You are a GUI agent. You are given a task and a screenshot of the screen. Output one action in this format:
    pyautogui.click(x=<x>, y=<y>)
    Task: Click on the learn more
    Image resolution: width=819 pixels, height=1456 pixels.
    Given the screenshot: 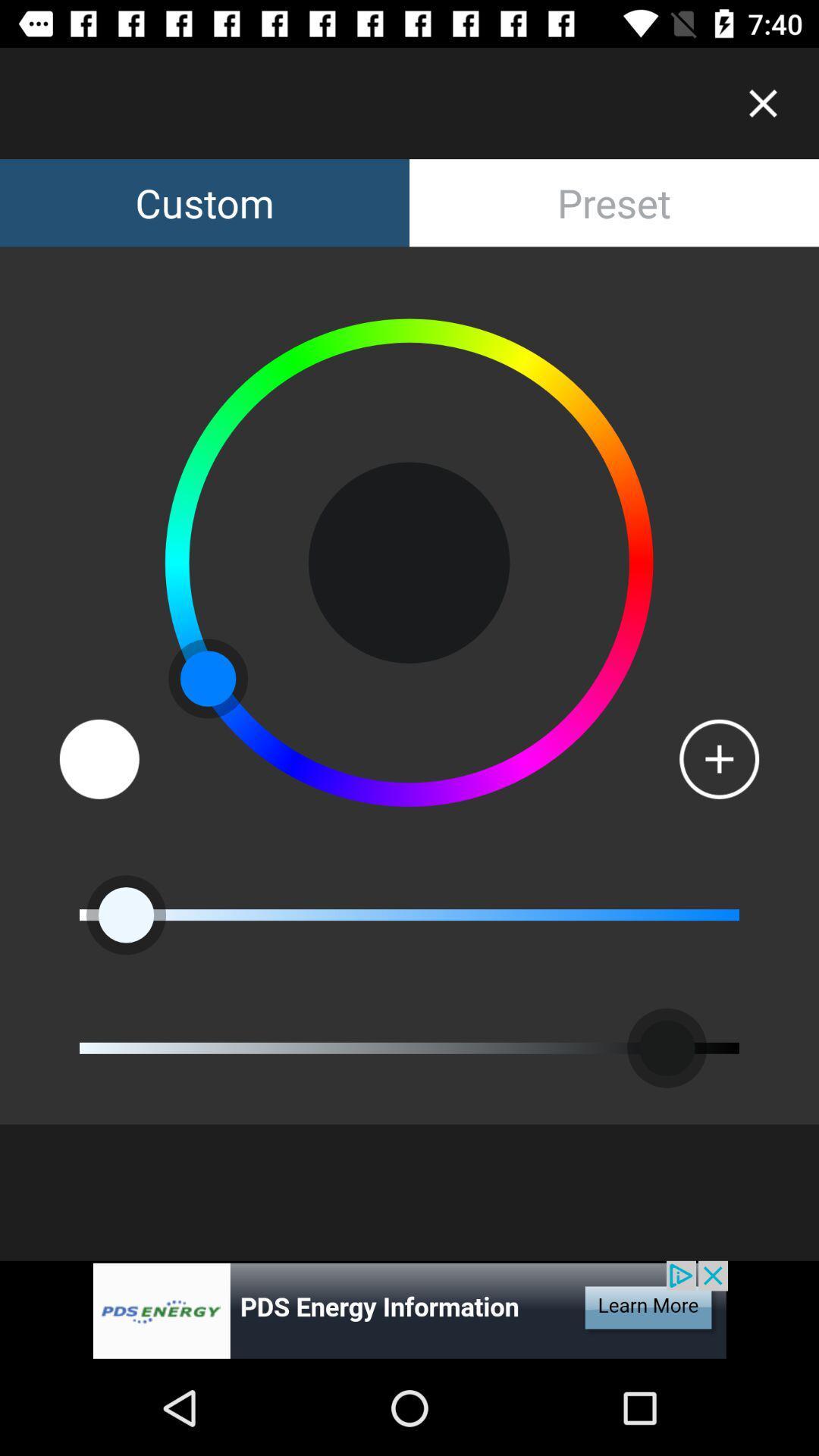 What is the action you would take?
    pyautogui.click(x=409, y=1310)
    